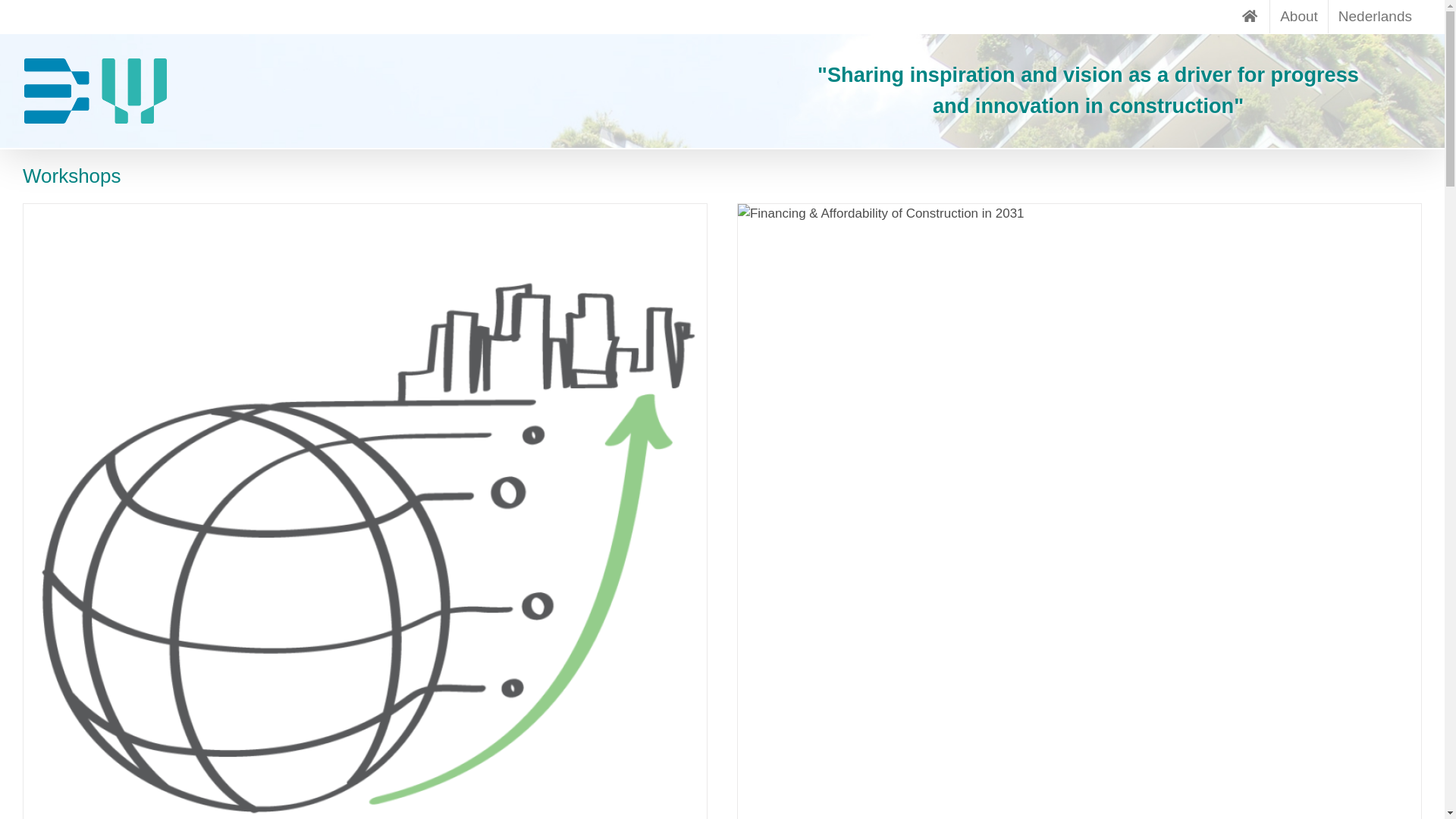 Image resolution: width=1456 pixels, height=819 pixels. What do you see at coordinates (1375, 17) in the screenshot?
I see `'Nederlands'` at bounding box center [1375, 17].